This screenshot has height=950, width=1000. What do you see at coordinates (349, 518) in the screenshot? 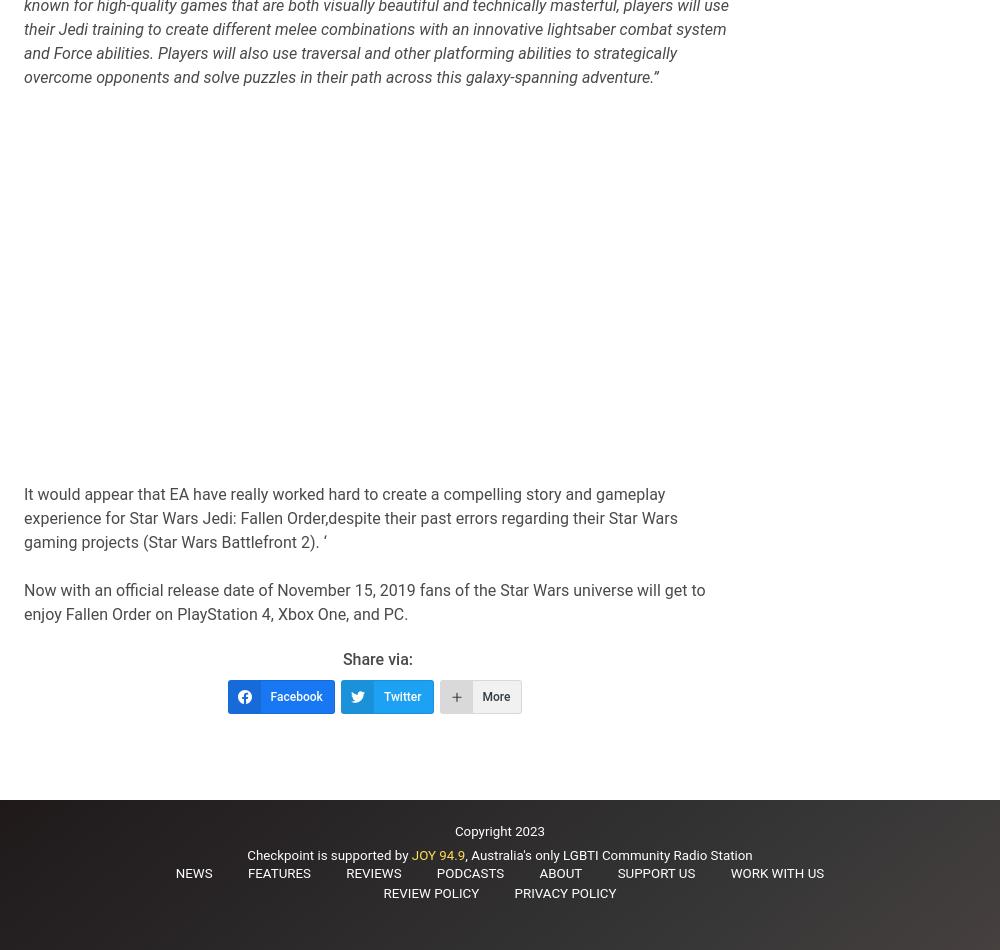
I see `'It would appear that EA have really worked hard to create a compelling story and gameplay experience for Star Wars Jedi: Fallen Order,despite their past errors regarding their Star Wars gaming projects (Star Wars Battlefront 2). ‘'` at bounding box center [349, 518].